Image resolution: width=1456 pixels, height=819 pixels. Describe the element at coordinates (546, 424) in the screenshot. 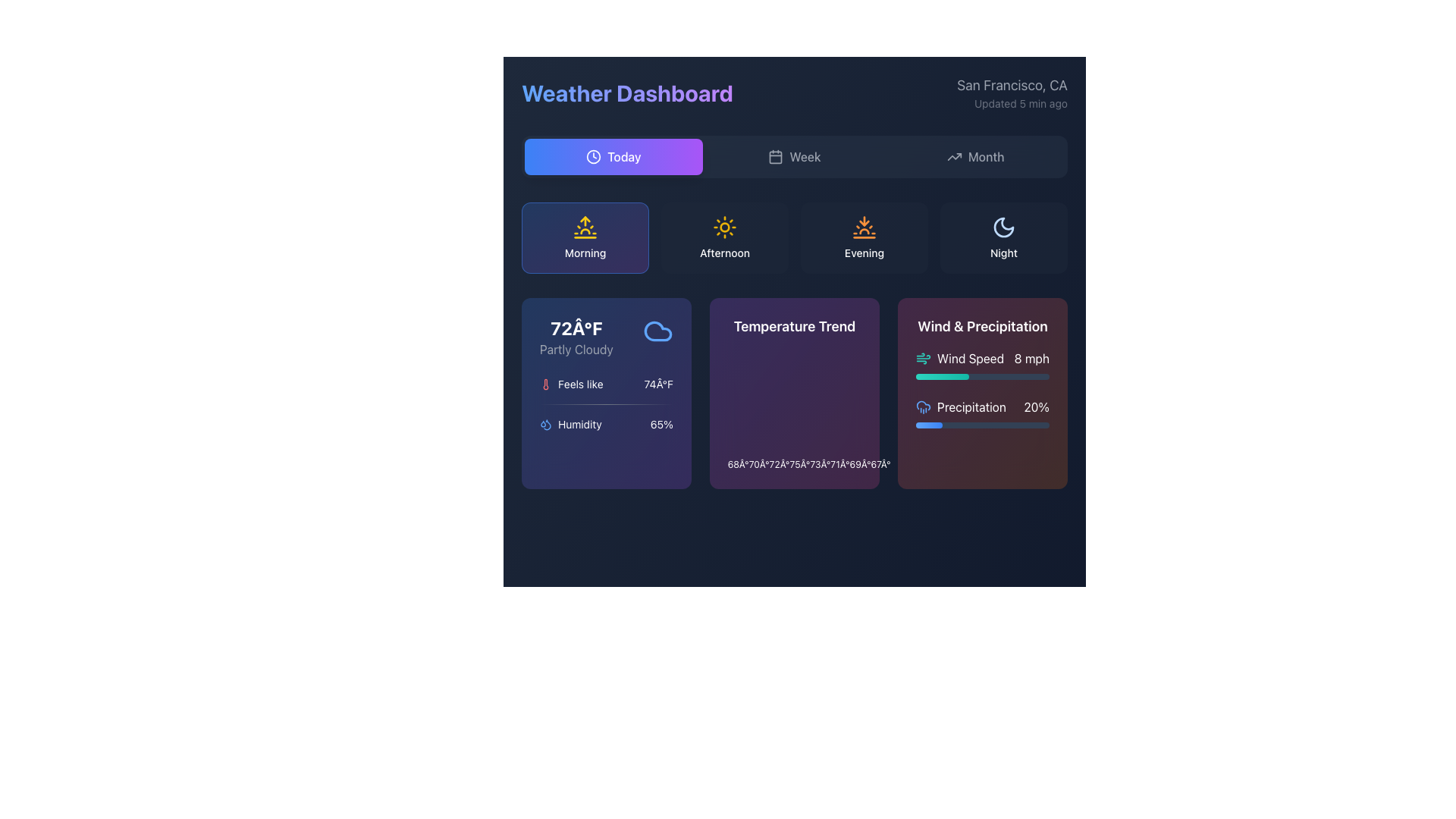

I see `the blue icon representing two drop shapes, which is located to the left of the 'Humidity' text in the weather summary card` at that location.